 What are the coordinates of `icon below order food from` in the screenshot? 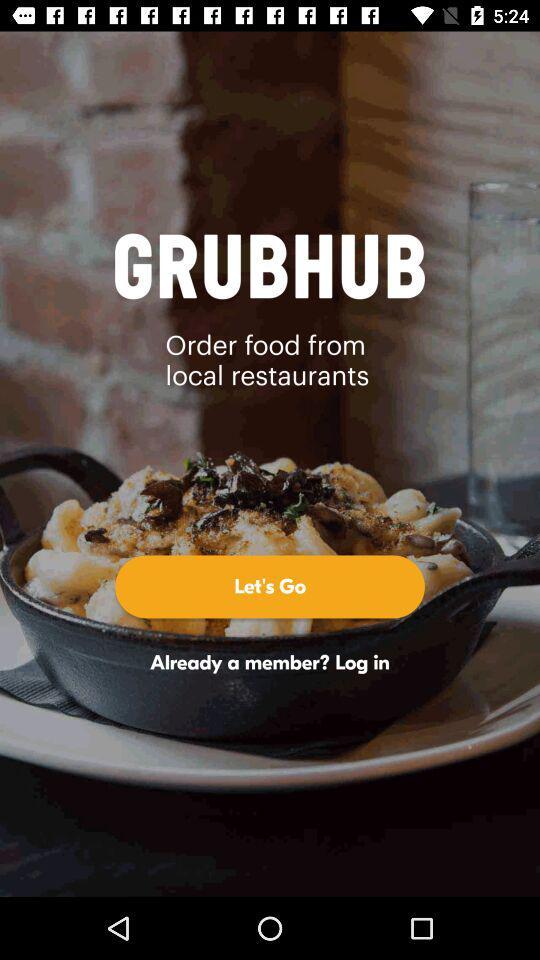 It's located at (270, 586).